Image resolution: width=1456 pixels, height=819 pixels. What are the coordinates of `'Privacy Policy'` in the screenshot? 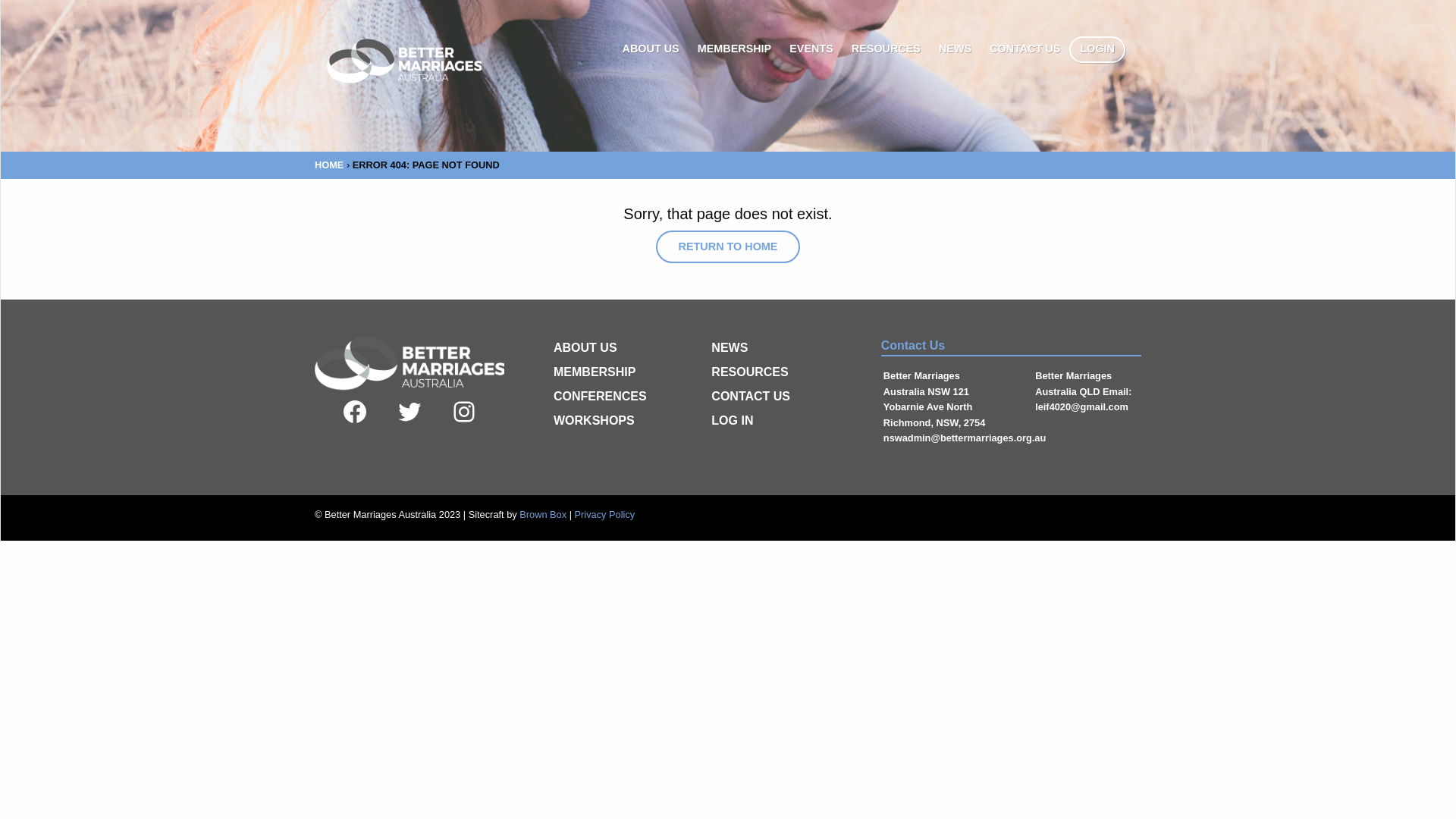 It's located at (604, 513).